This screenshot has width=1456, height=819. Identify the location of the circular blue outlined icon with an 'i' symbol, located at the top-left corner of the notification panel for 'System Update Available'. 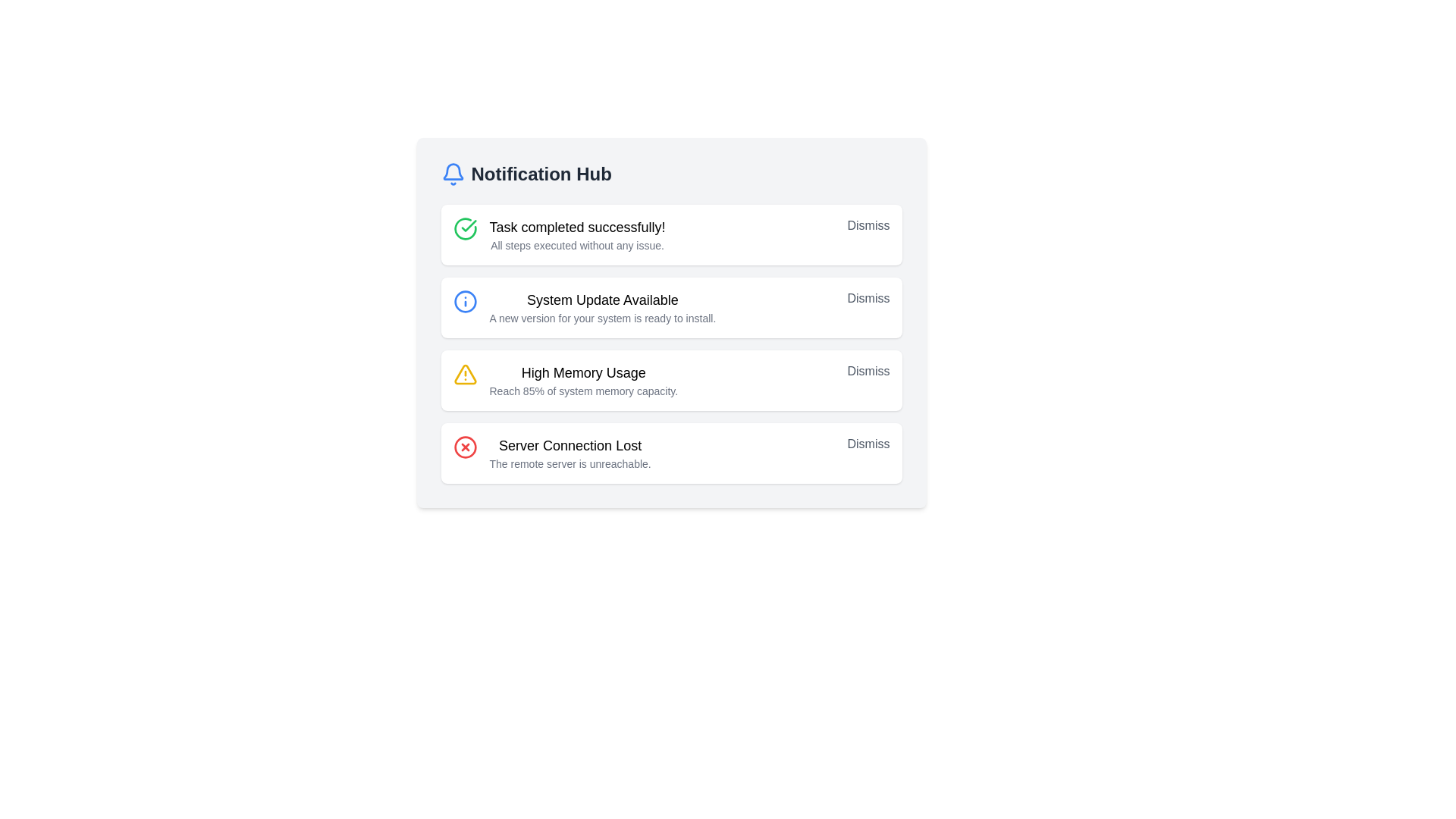
(464, 301).